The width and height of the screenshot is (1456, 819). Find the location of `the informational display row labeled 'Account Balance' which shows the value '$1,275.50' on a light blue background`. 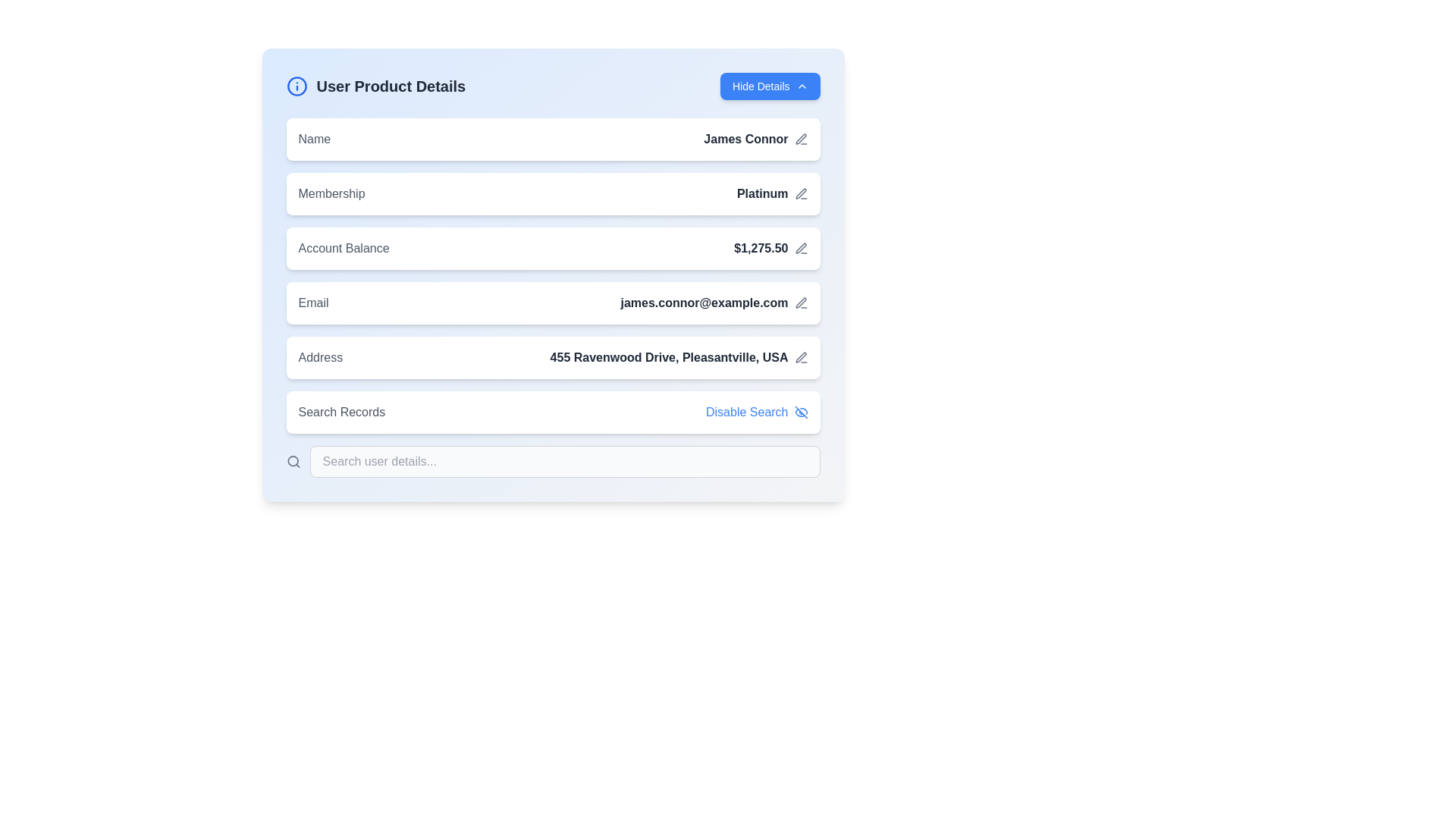

the informational display row labeled 'Account Balance' which shows the value '$1,275.50' on a light blue background is located at coordinates (552, 247).